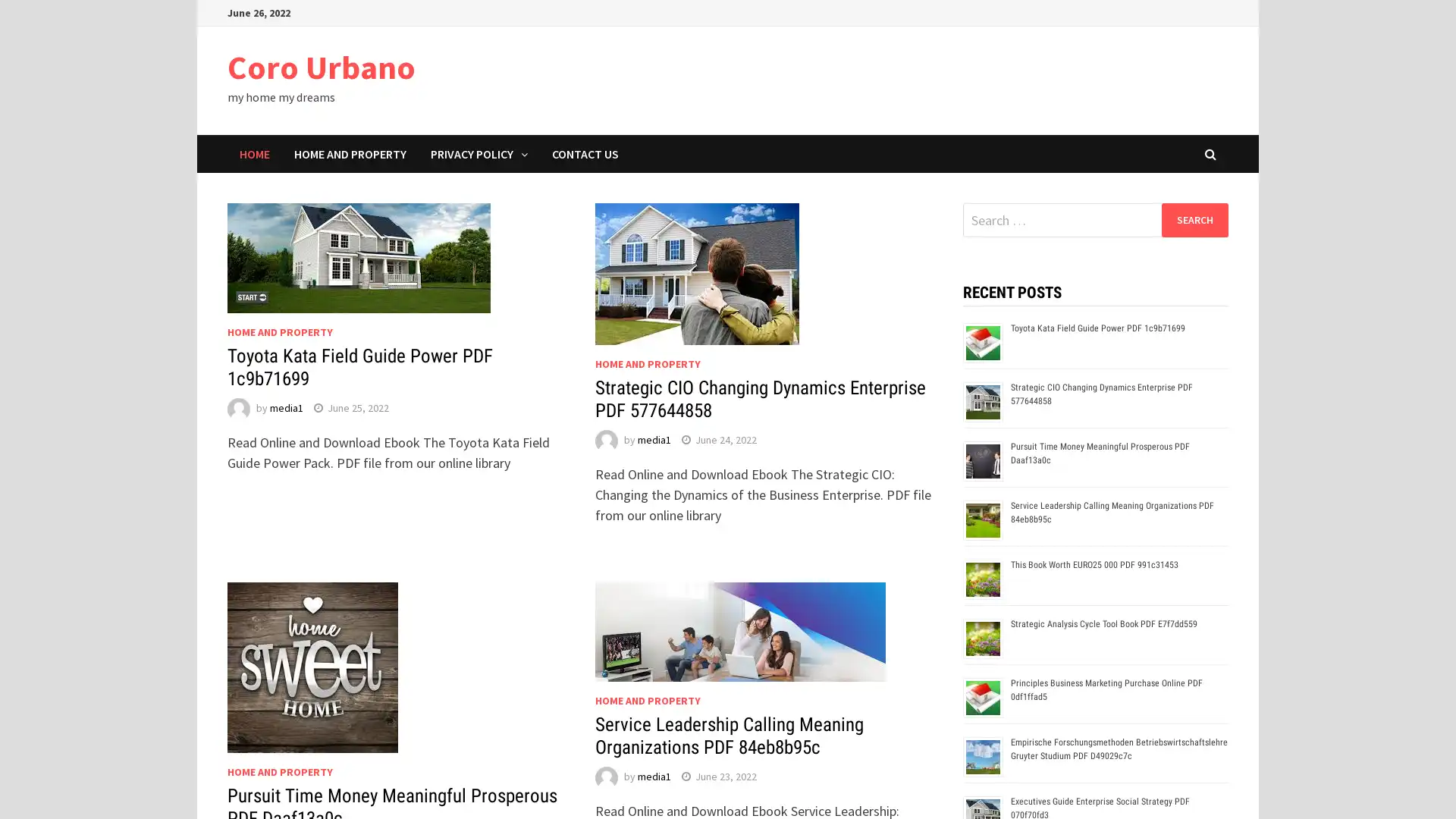  What do you see at coordinates (1194, 219) in the screenshot?
I see `Search` at bounding box center [1194, 219].